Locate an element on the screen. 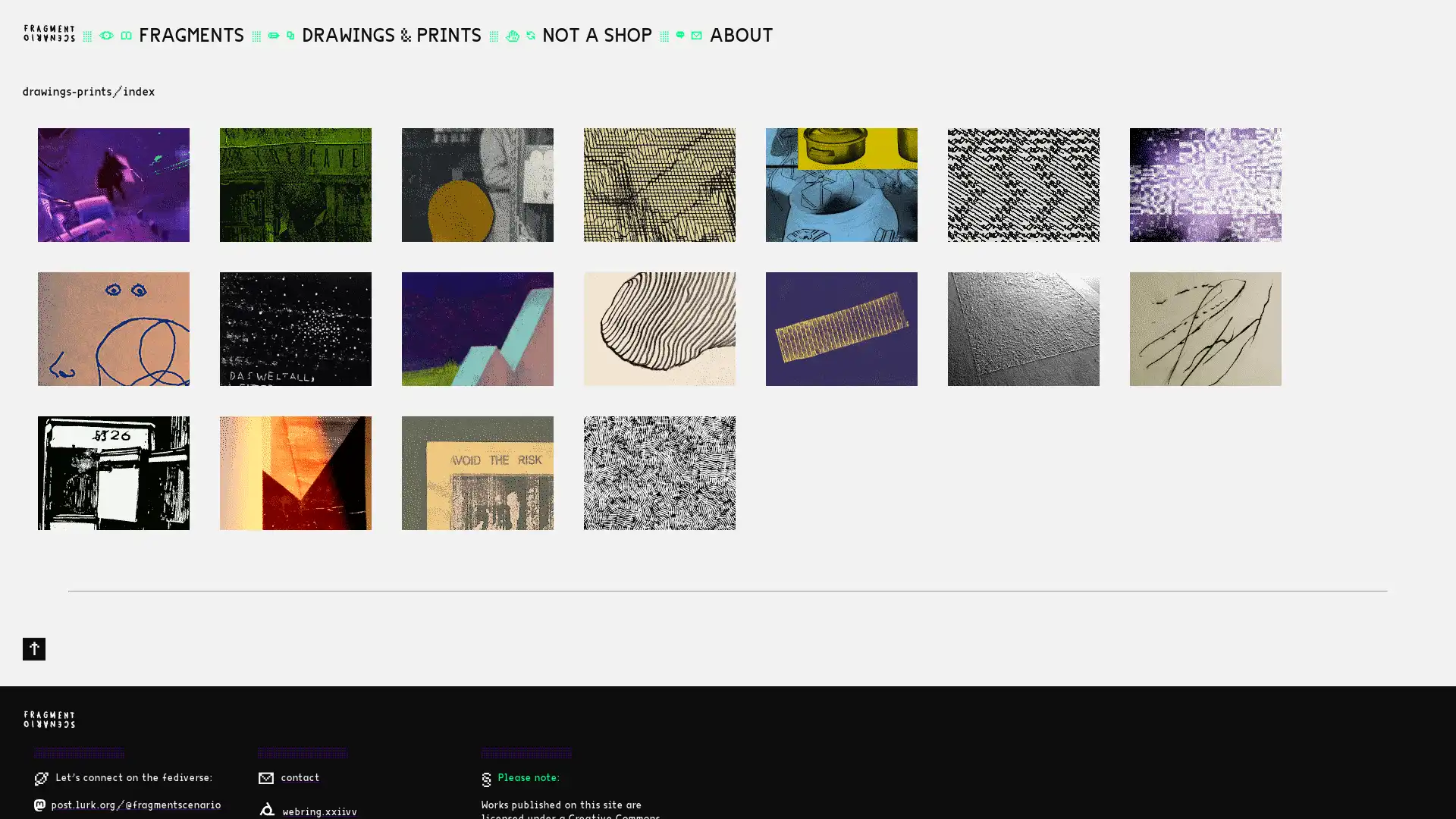 This screenshot has height=819, width=1456. Top is located at coordinates (33, 648).